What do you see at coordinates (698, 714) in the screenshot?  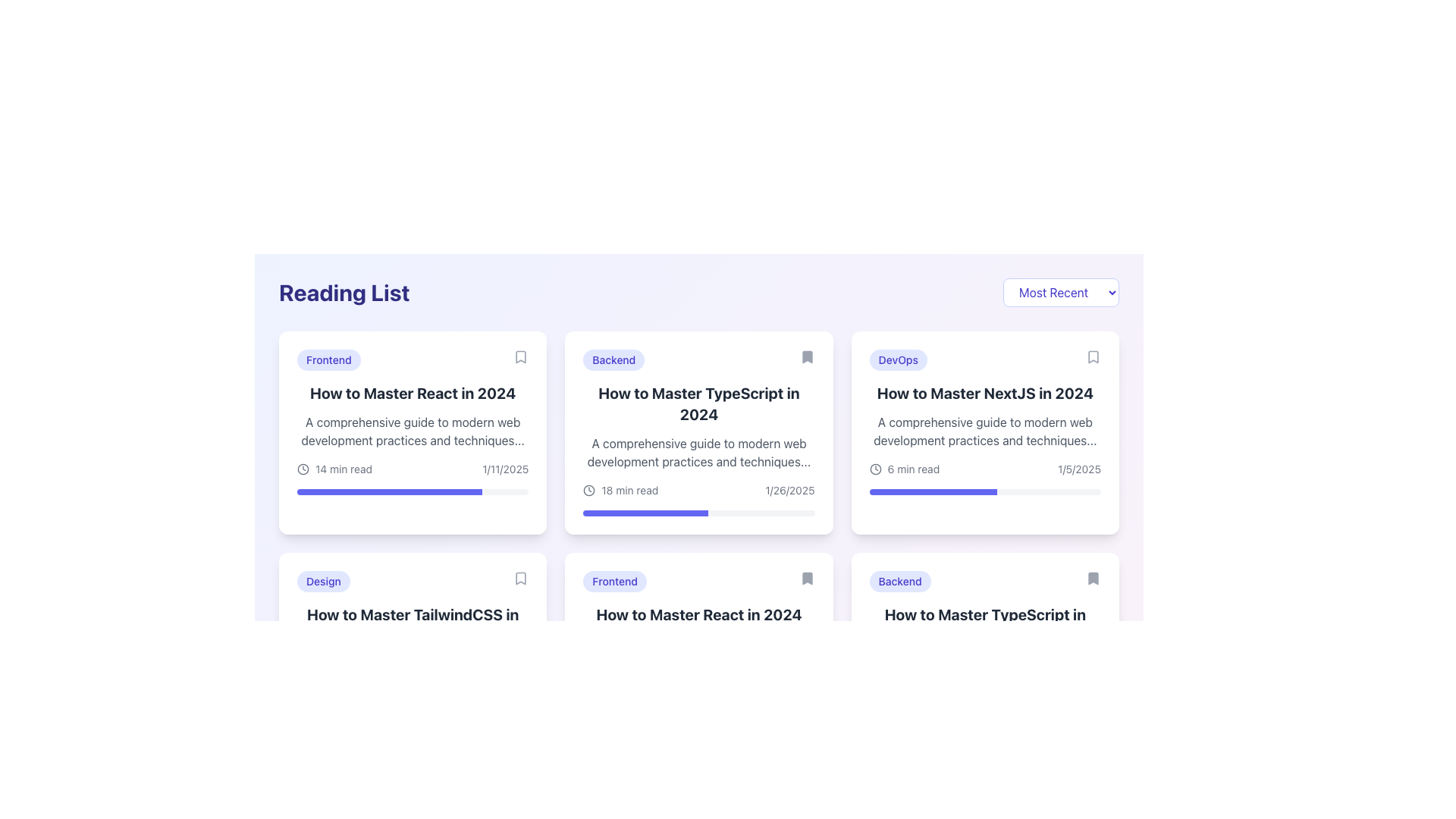 I see `the progress bar located at the bottom of the card for the article 'How to Master React in 2024', which is a thin horizontal strip with a light gray background and indigo filled portion` at bounding box center [698, 714].